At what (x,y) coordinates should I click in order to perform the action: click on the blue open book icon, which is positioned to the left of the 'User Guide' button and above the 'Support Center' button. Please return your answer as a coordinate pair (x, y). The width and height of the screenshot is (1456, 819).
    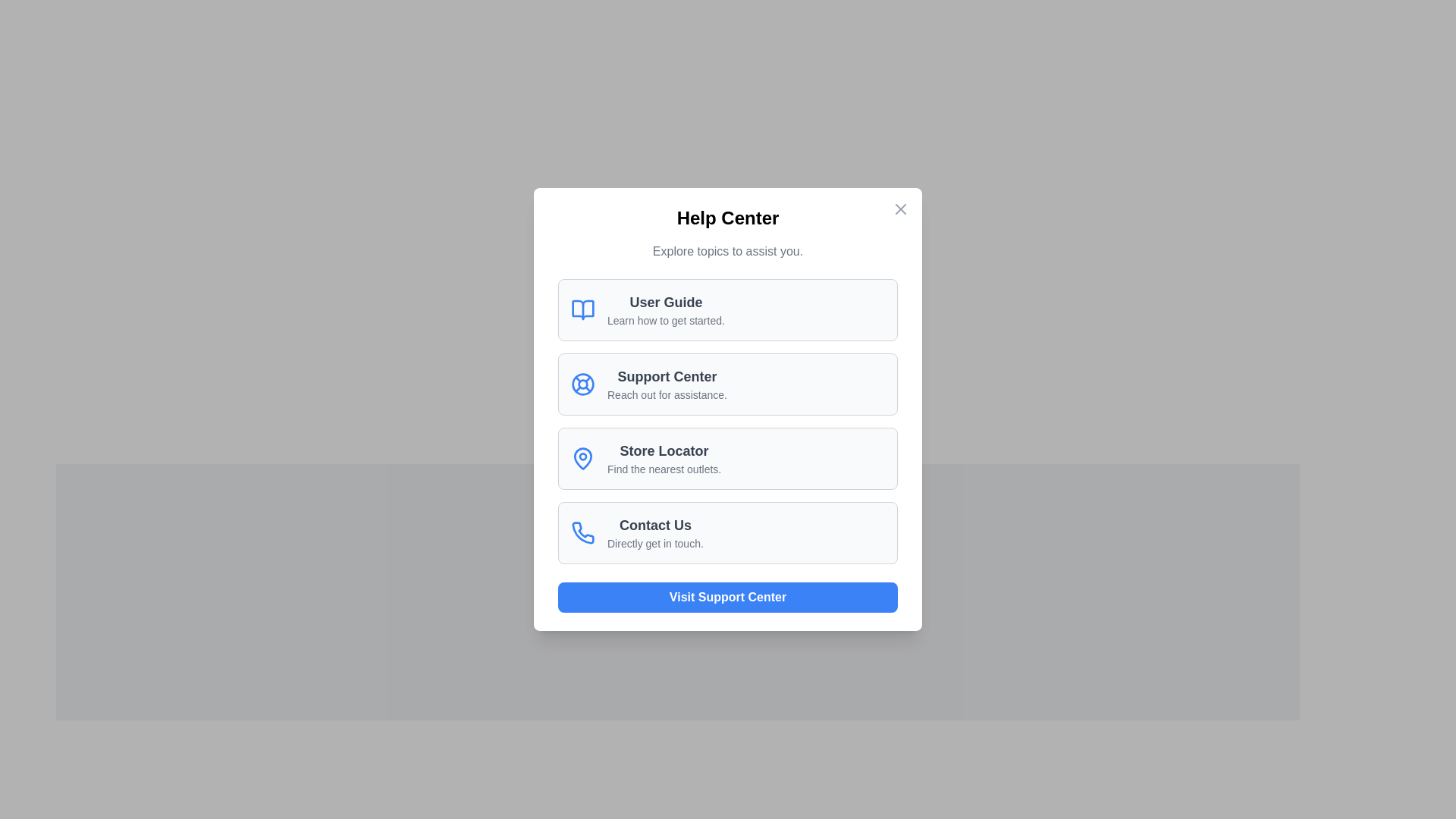
    Looking at the image, I should click on (582, 309).